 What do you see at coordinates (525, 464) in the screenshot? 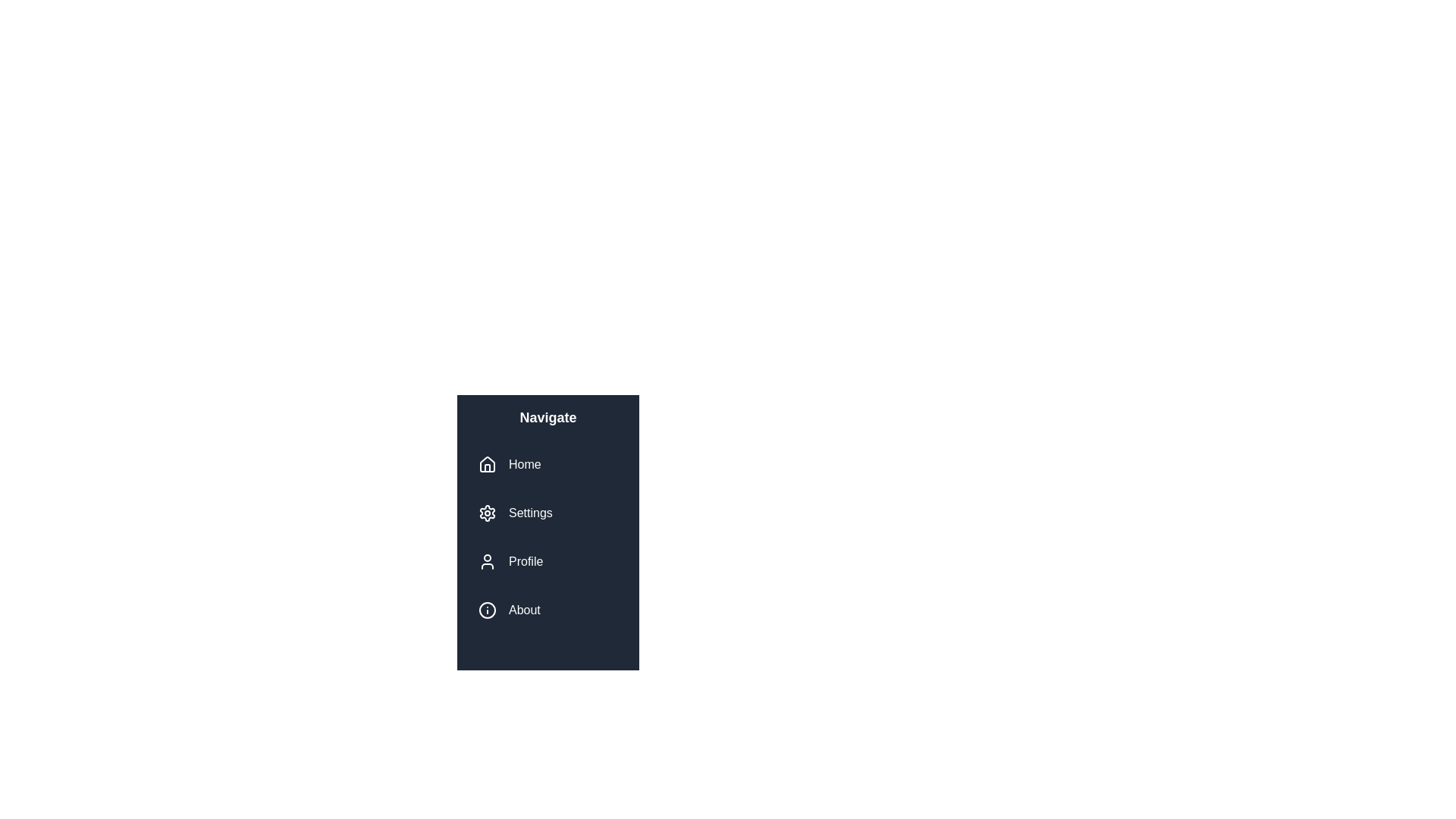
I see `the 'Home' text label in the navigation sidebar` at bounding box center [525, 464].